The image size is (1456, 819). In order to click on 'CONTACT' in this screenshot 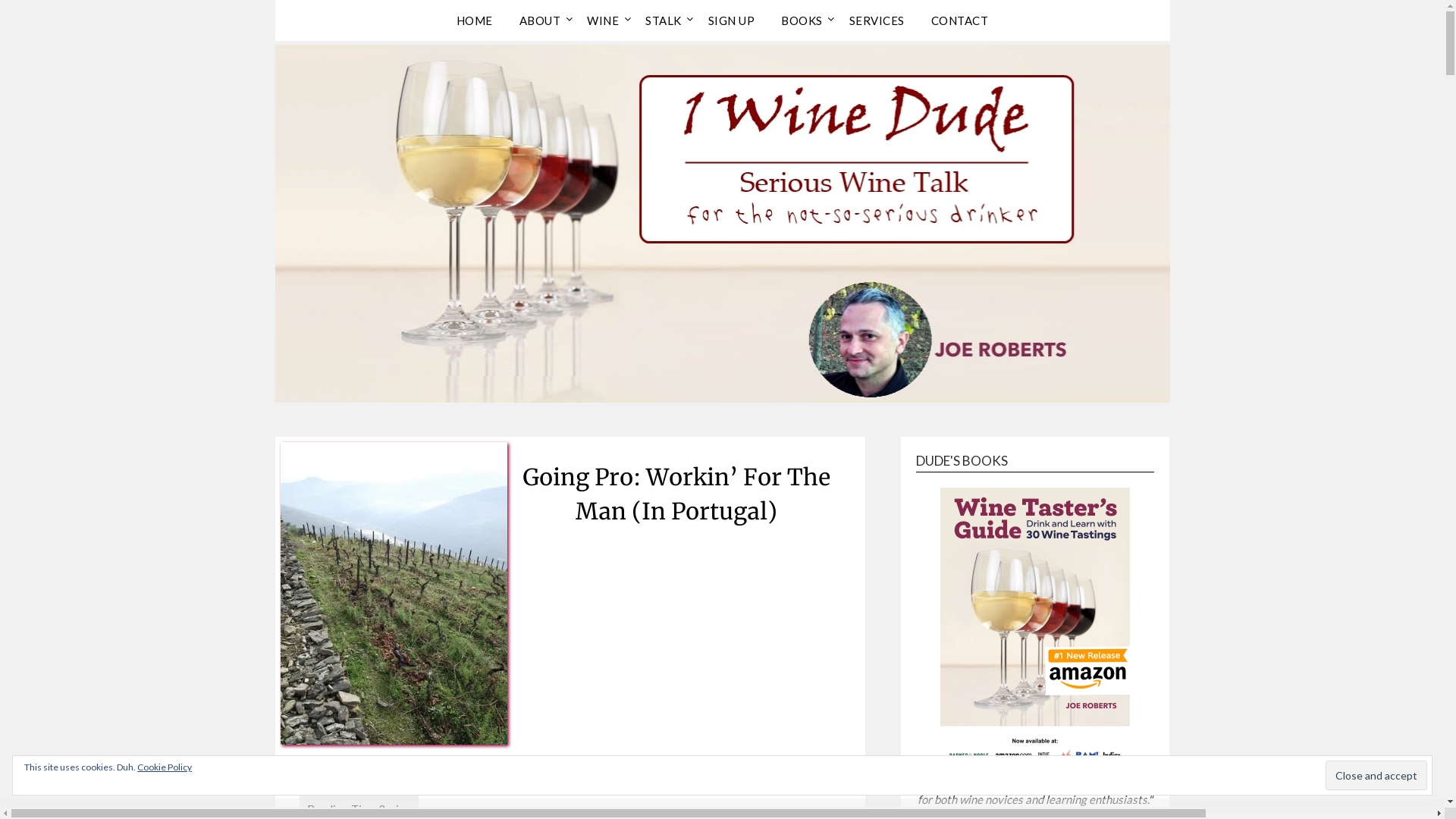, I will do `click(959, 20)`.